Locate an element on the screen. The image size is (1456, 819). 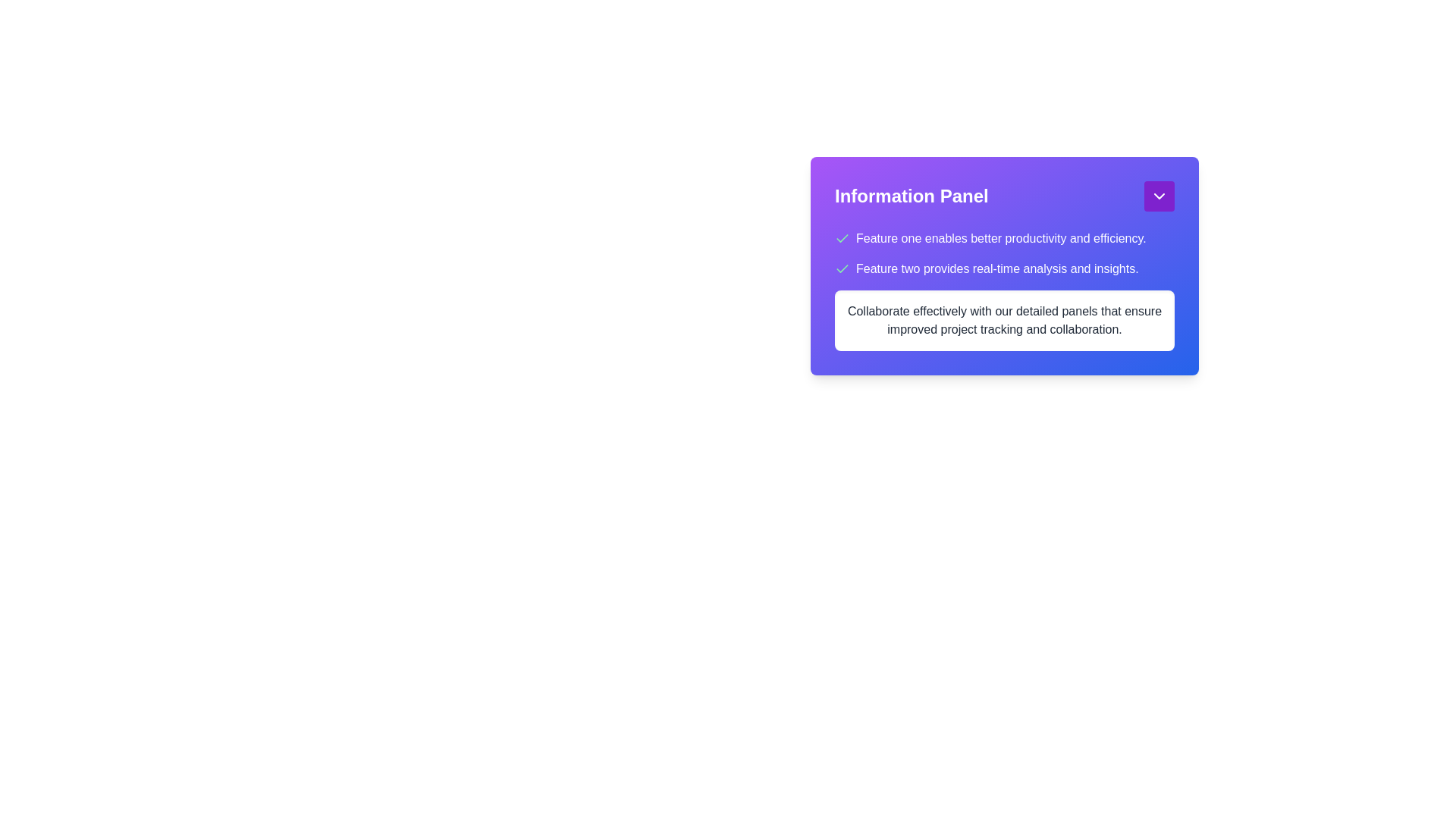
the small green checkmark icon, which indicates a positive or completed status, located adjacent to the text 'Feature one enables better productivity and efficiency.' is located at coordinates (841, 239).